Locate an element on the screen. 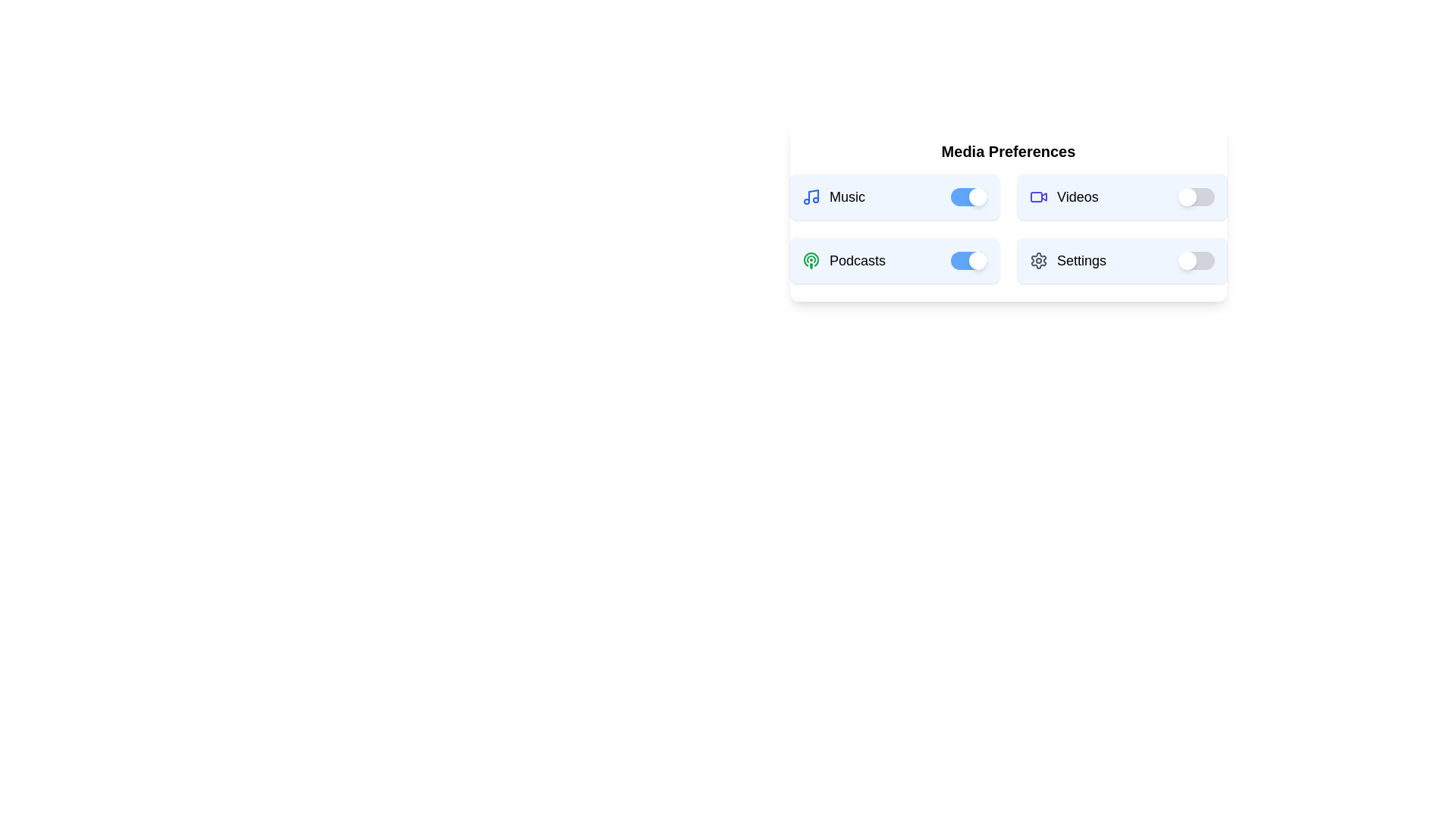  the Music icon in the Media Preferences panel is located at coordinates (811, 196).